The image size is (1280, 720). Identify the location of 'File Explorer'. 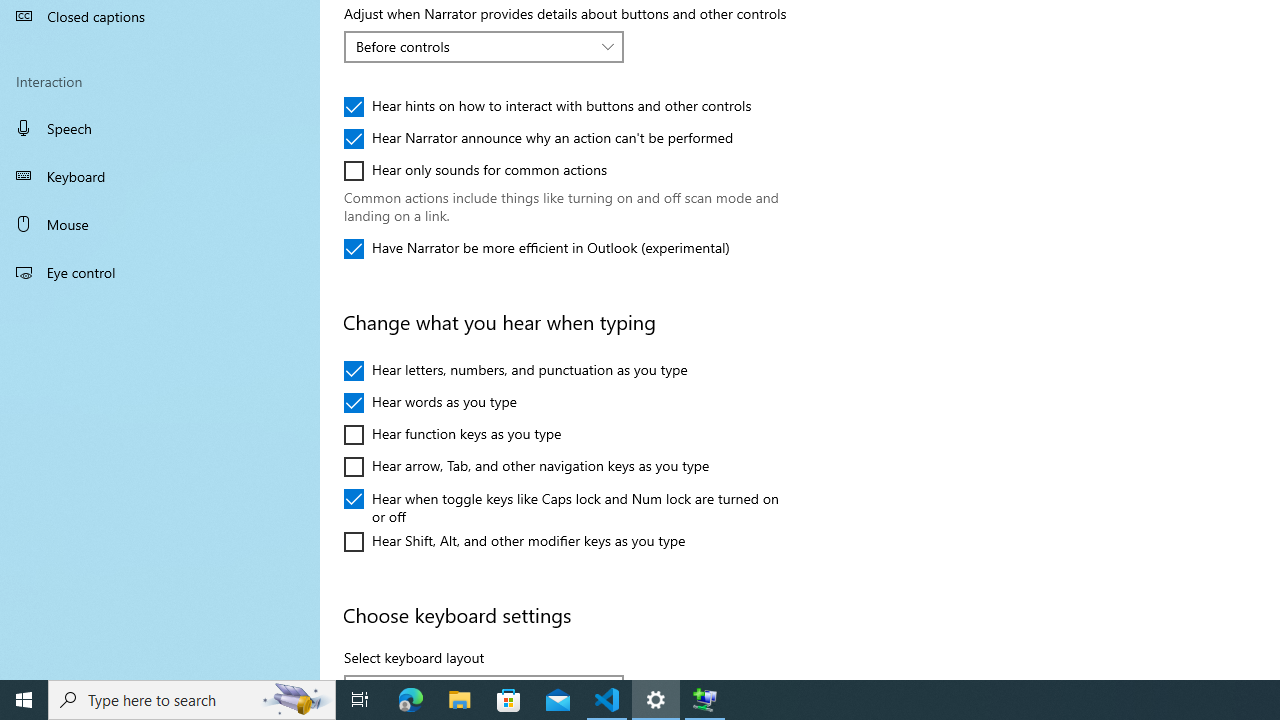
(459, 698).